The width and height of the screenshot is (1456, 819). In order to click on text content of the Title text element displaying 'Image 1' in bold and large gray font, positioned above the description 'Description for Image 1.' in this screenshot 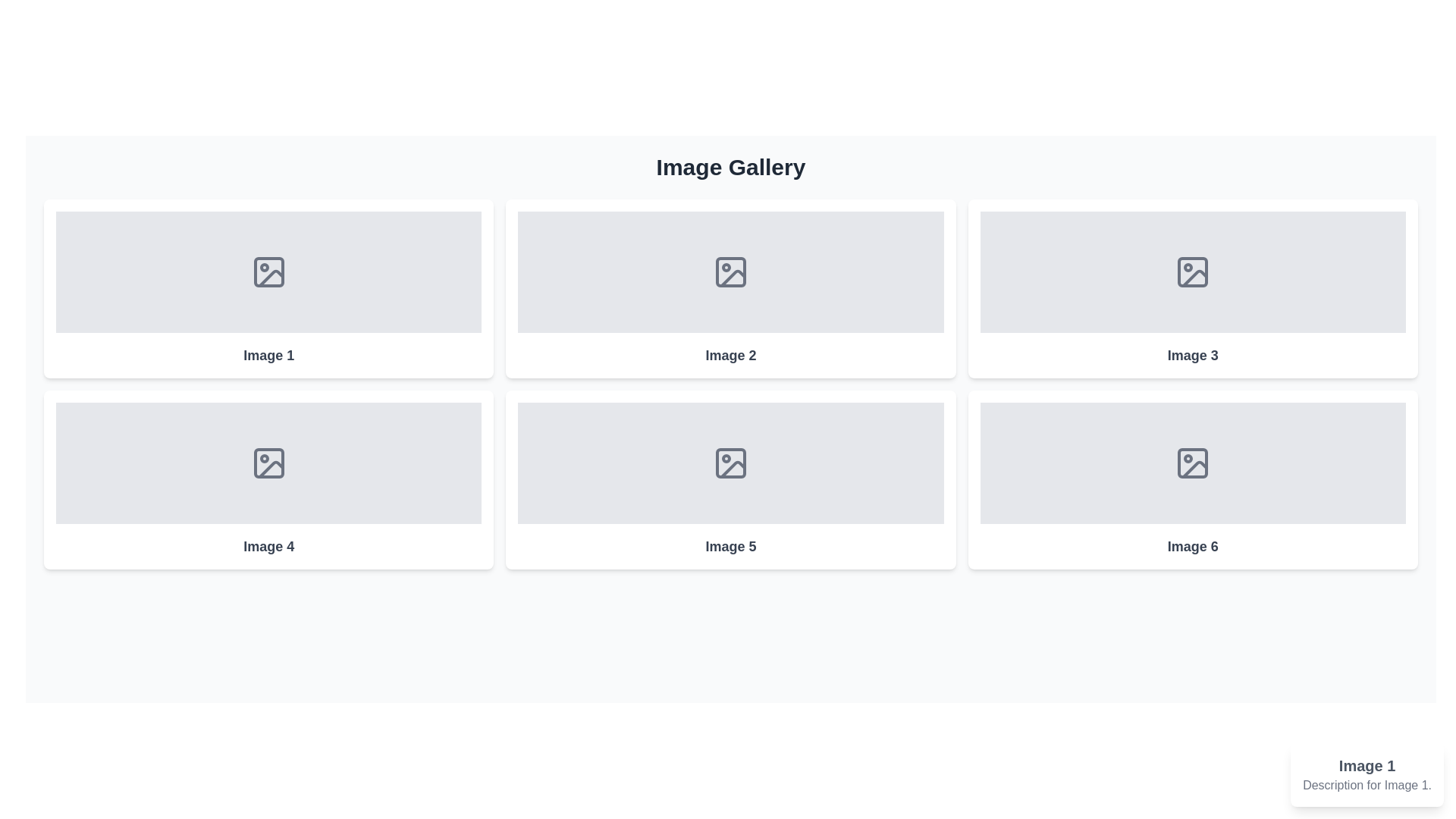, I will do `click(1367, 766)`.